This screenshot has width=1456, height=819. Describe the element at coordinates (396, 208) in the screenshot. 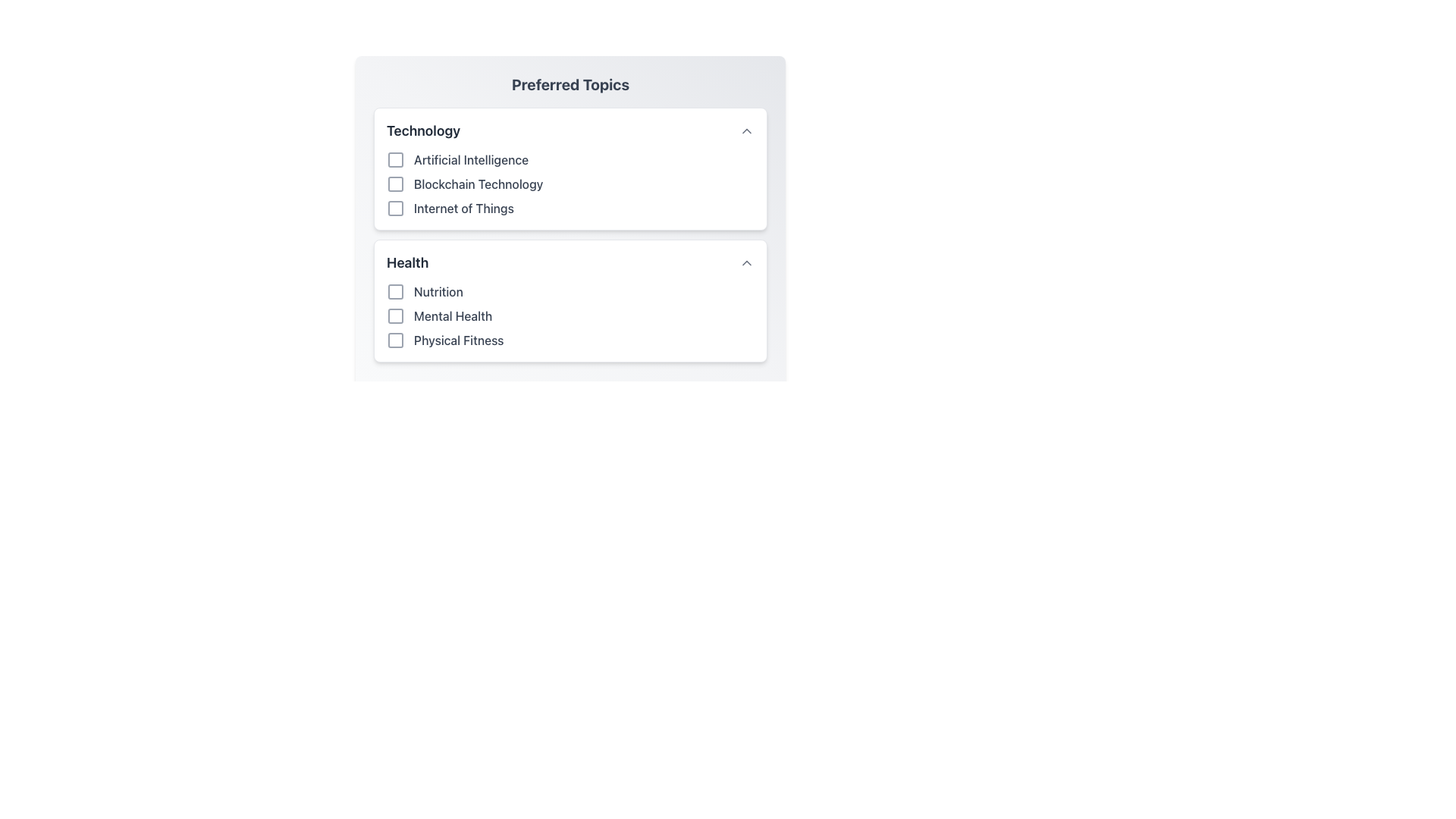

I see `the checkbox located in the 'Technology' section, adjacent to the 'Internet of Things' label` at that location.